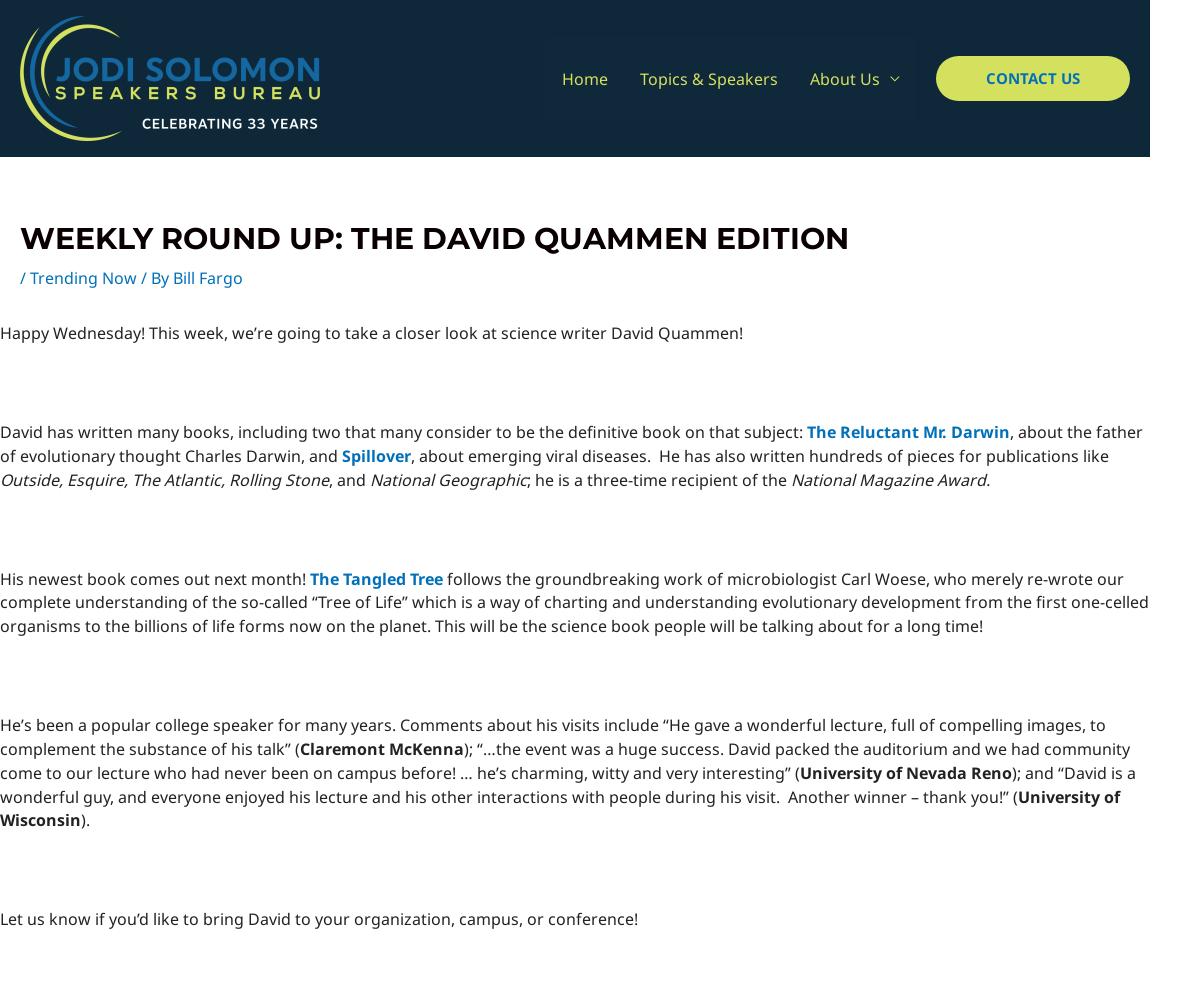 The width and height of the screenshot is (1190, 1000). Describe the element at coordinates (136, 278) in the screenshot. I see `'/ By'` at that location.